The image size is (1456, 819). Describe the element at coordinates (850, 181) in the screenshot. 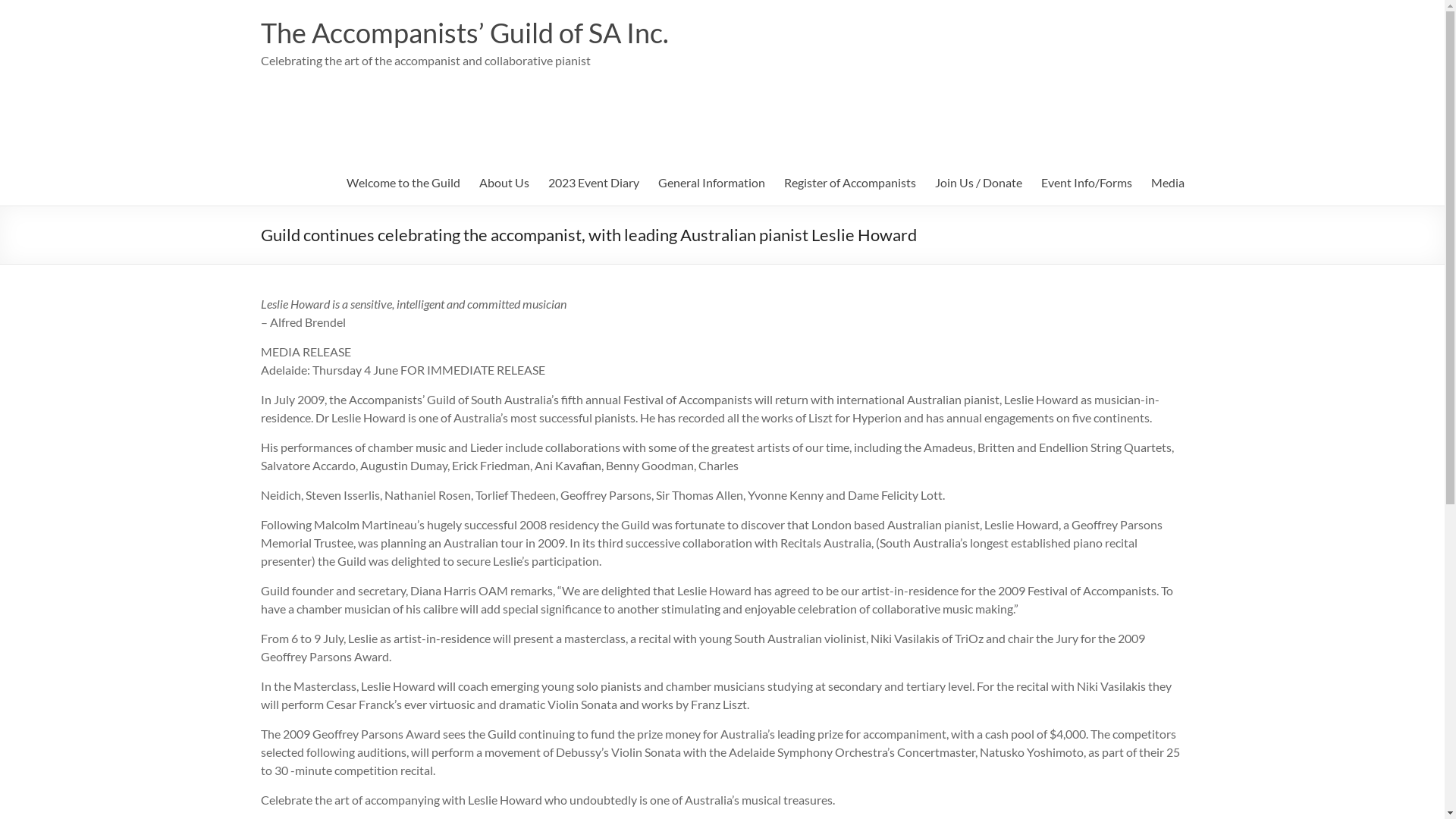

I see `'Register of Accompanists'` at that location.